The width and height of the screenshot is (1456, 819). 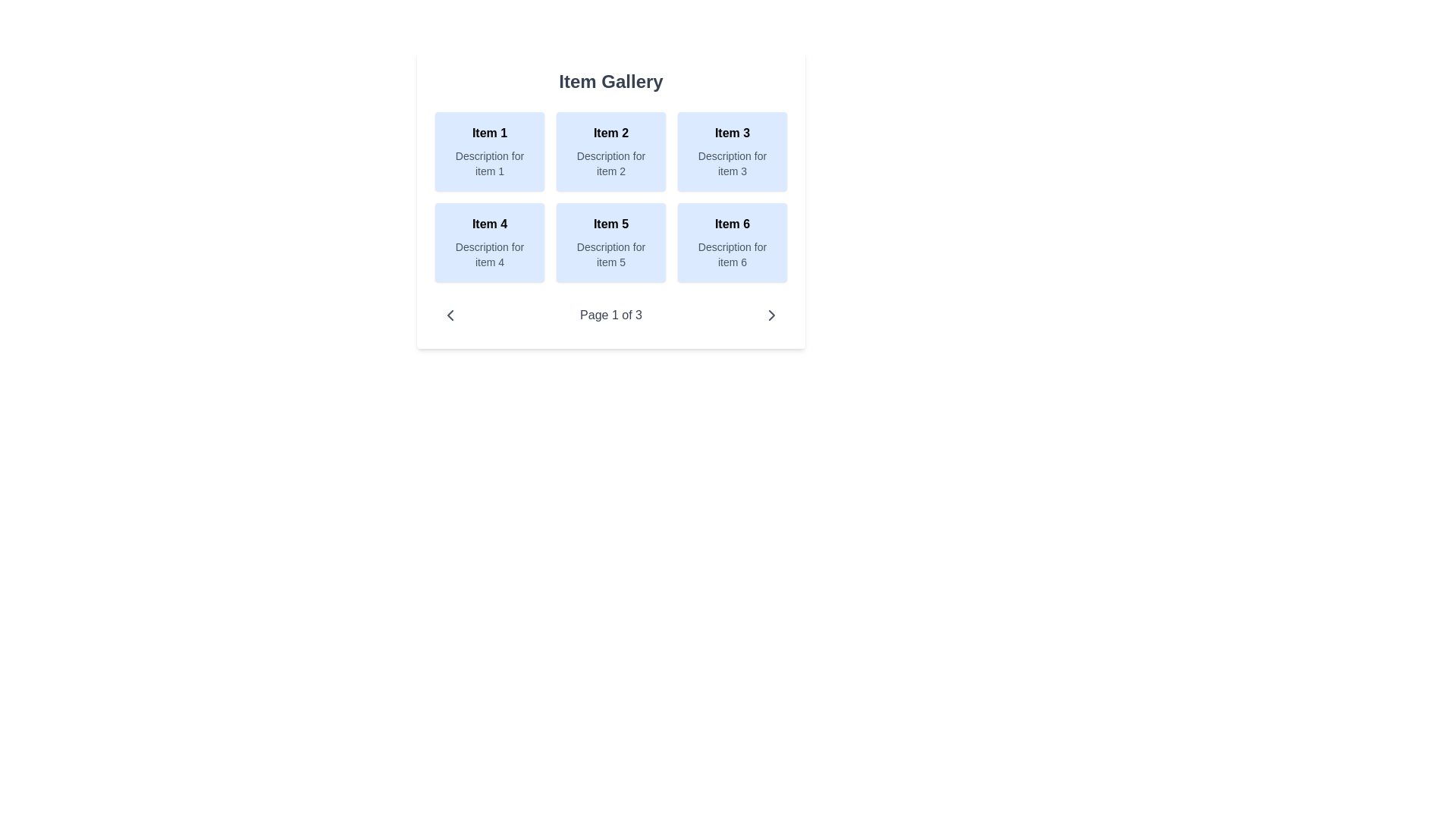 I want to click on the left-facing chevron navigation button, so click(x=450, y=315).